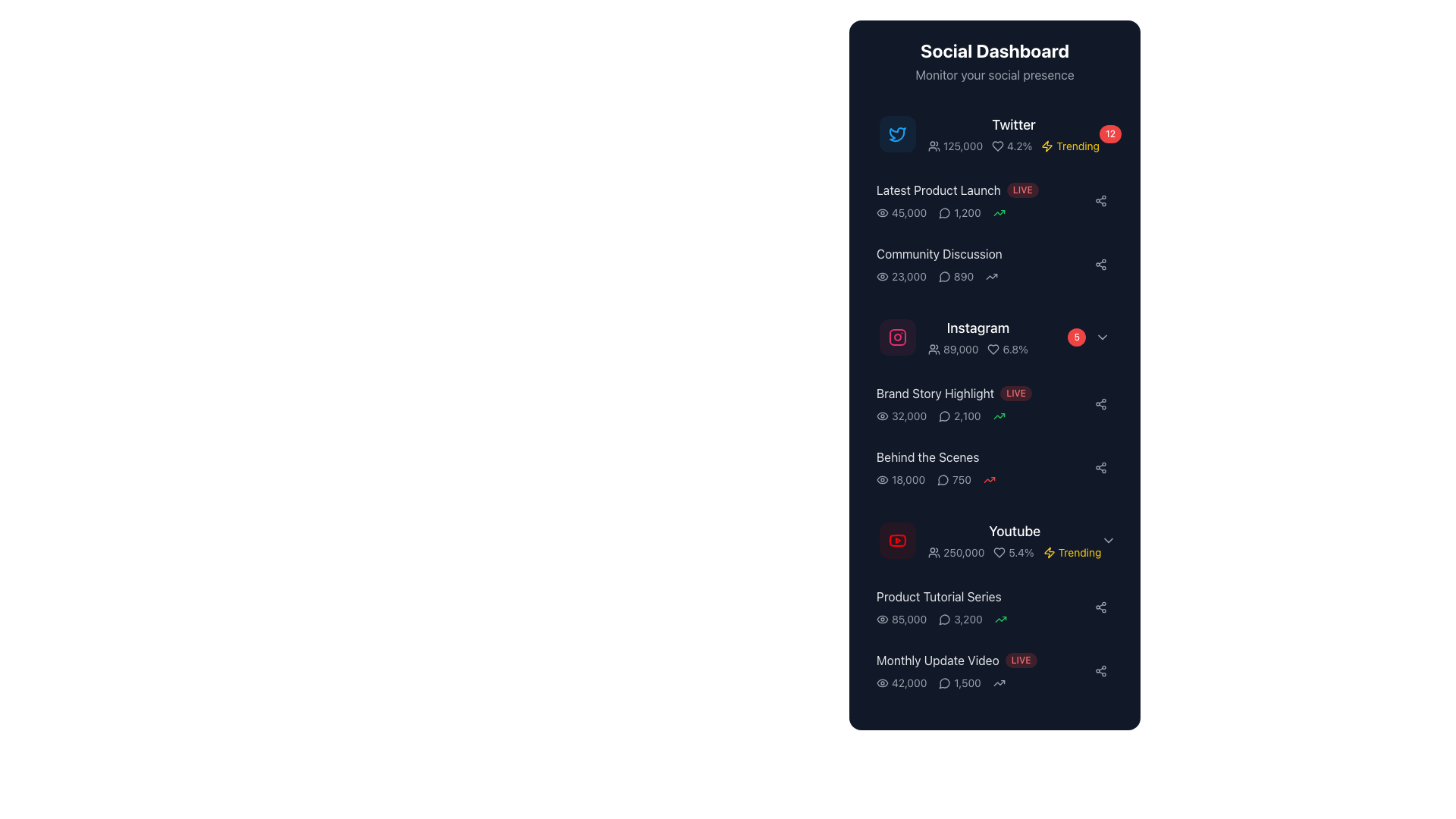 The height and width of the screenshot is (819, 1456). Describe the element at coordinates (999, 416) in the screenshot. I see `the upward trend icon in the 'Brand Story Highlight' section, which is the third component and located to the right of the value '2,100'` at that location.